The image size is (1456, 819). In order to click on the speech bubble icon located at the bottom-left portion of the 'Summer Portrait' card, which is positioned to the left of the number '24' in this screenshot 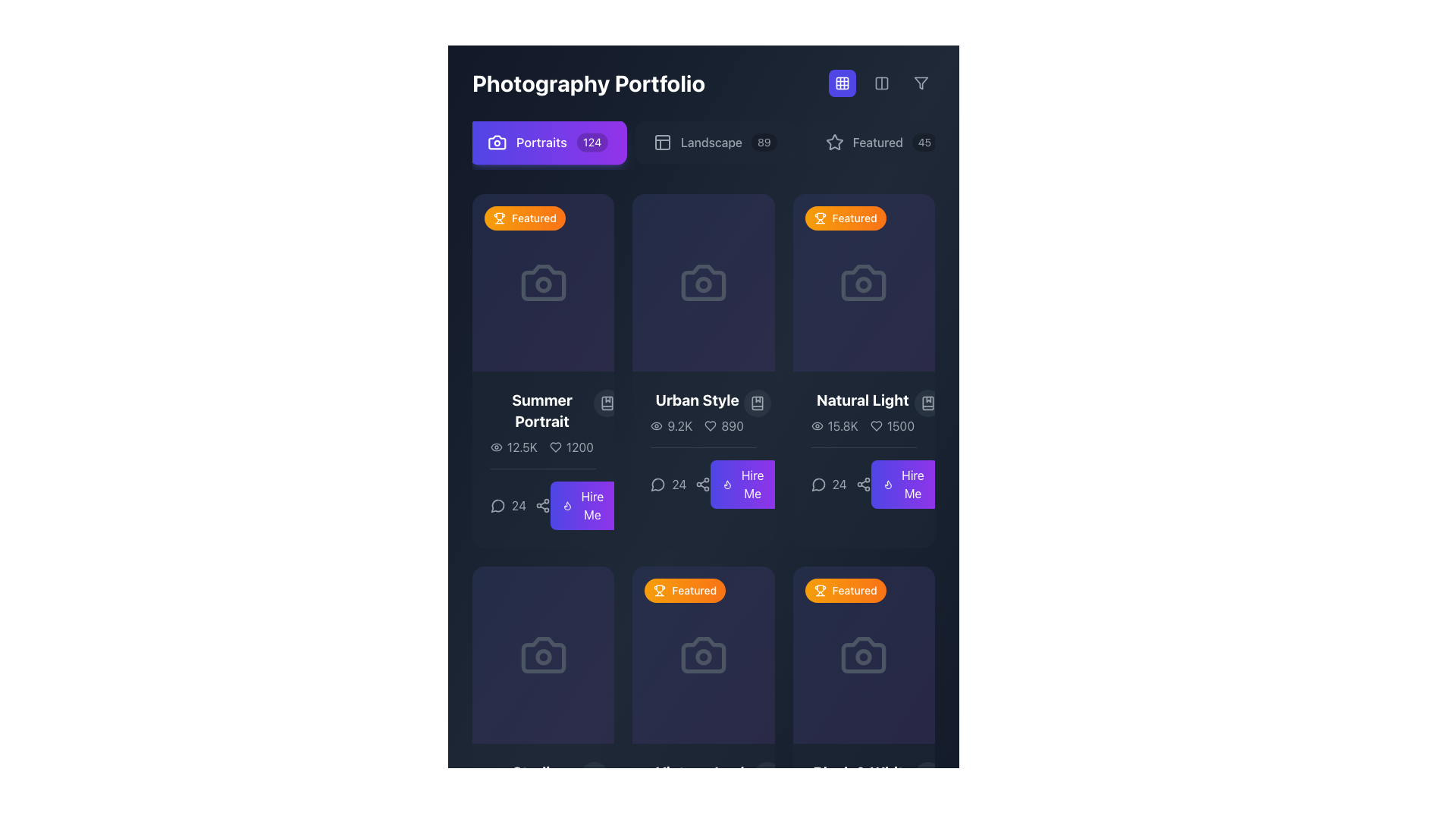, I will do `click(498, 506)`.